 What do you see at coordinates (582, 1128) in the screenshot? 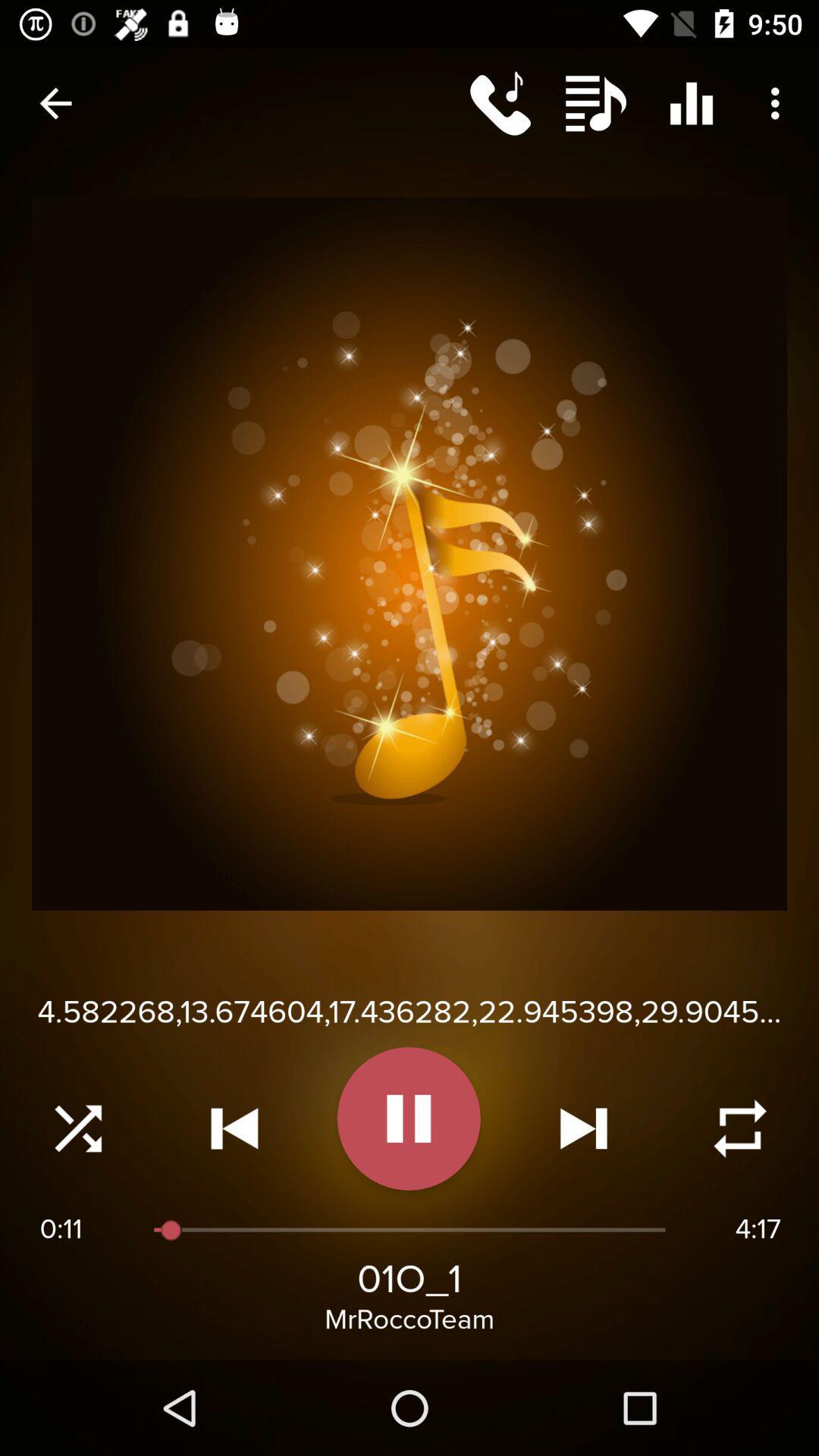
I see `skip to next song` at bounding box center [582, 1128].